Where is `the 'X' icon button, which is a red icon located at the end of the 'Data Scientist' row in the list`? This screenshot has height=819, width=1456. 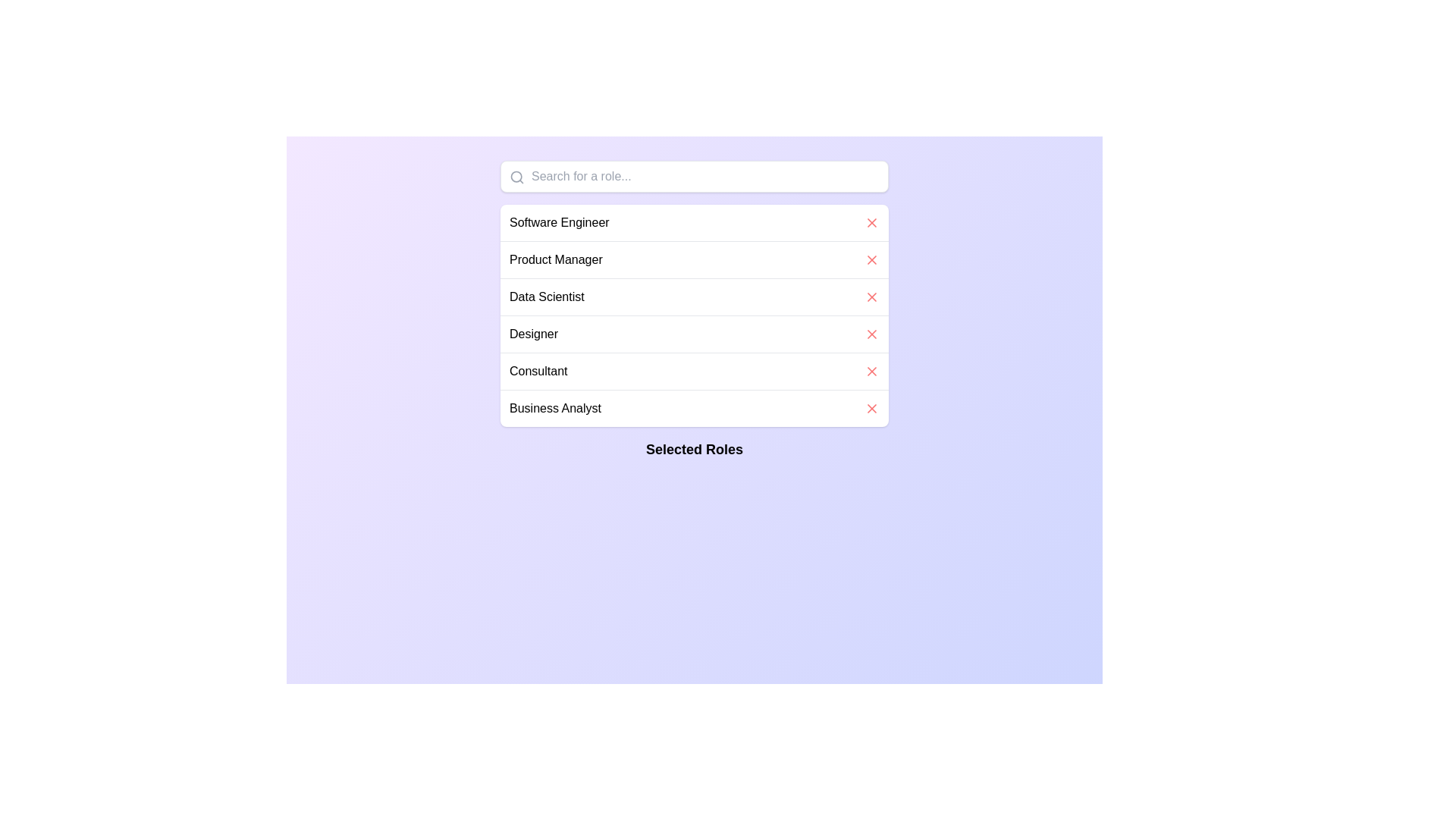
the 'X' icon button, which is a red icon located at the end of the 'Data Scientist' row in the list is located at coordinates (872, 297).